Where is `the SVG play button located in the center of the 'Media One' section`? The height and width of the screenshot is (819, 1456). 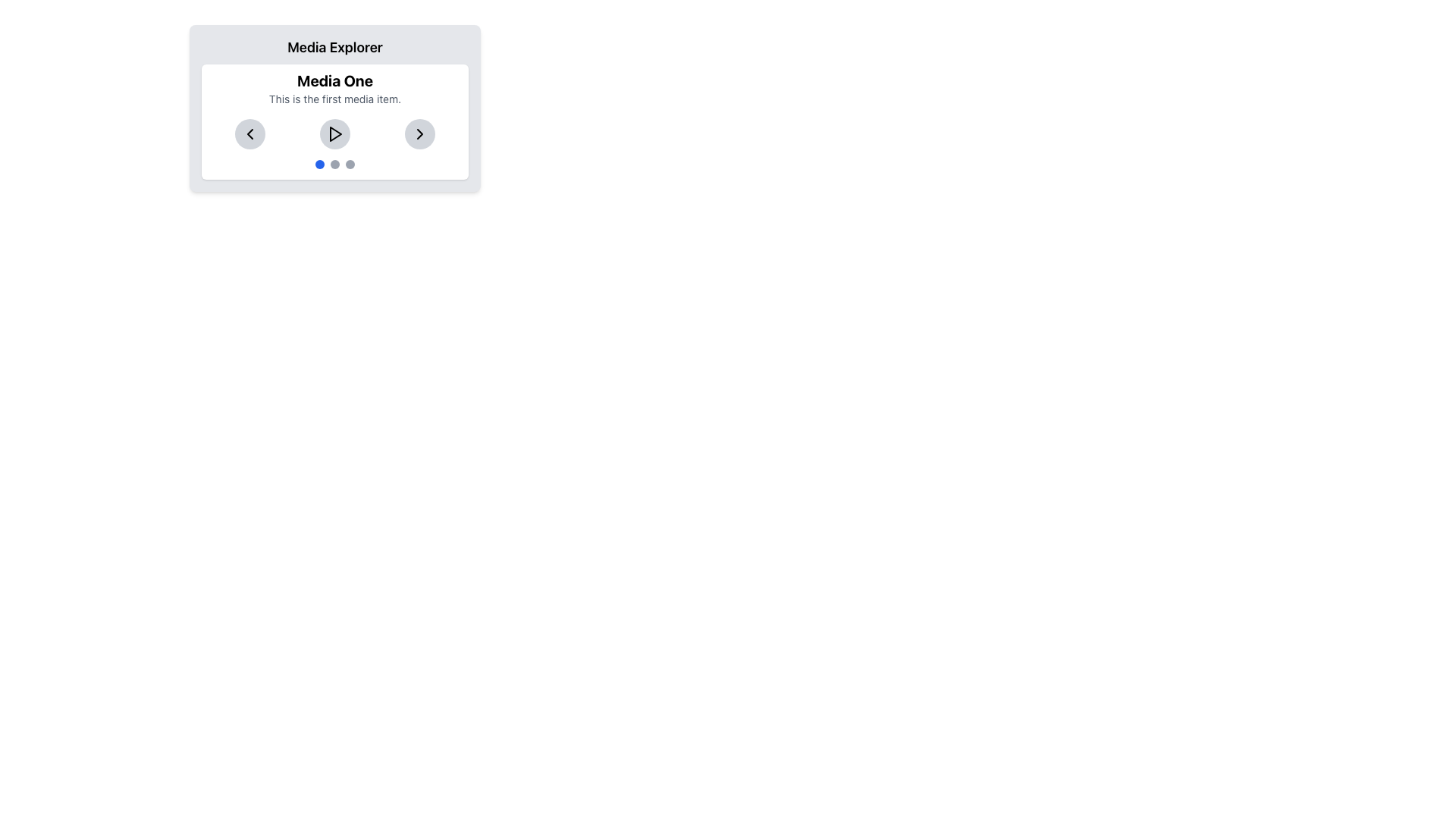 the SVG play button located in the center of the 'Media One' section is located at coordinates (334, 133).